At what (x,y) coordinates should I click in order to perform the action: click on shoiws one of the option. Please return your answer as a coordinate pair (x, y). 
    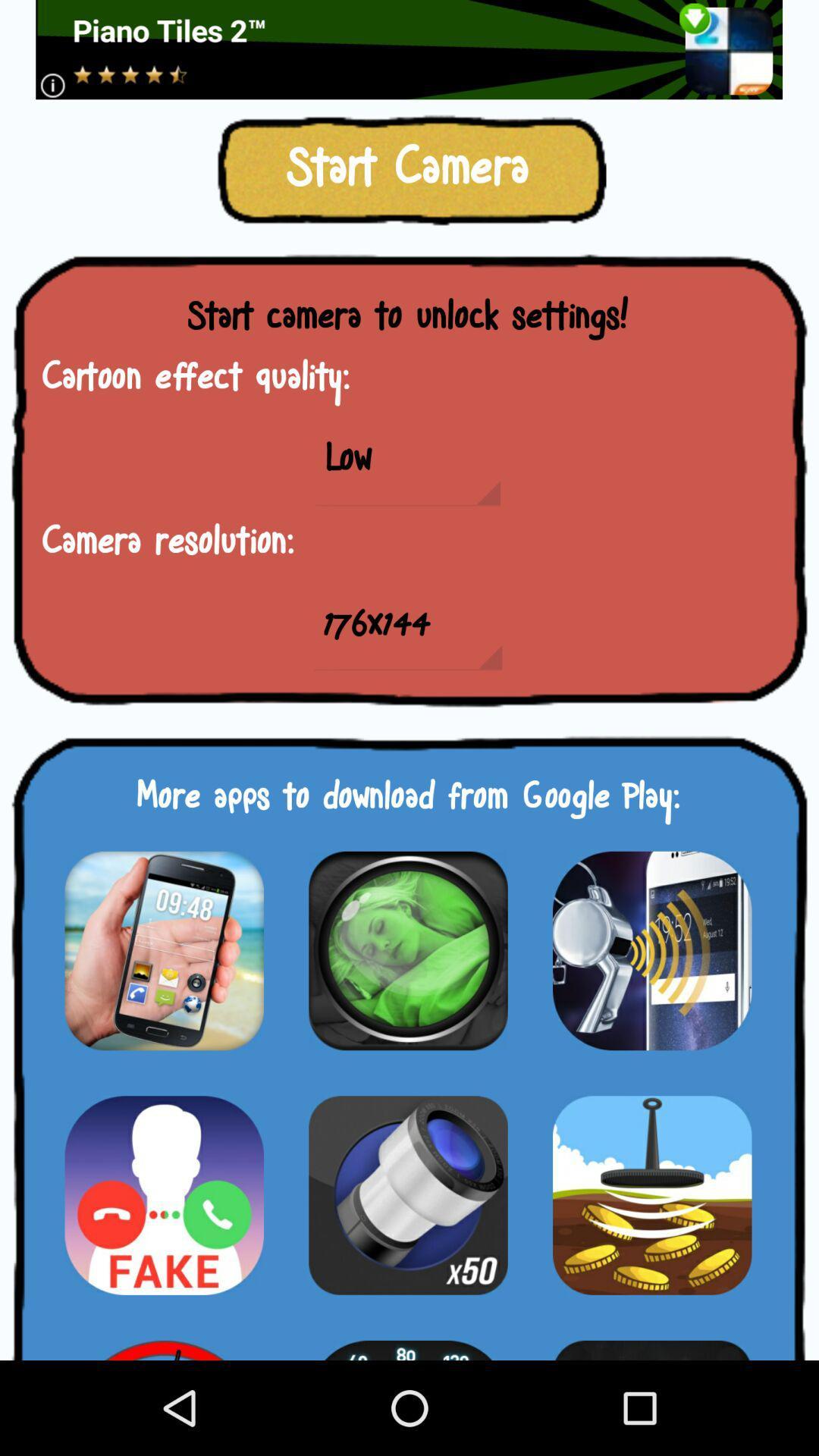
    Looking at the image, I should click on (164, 1341).